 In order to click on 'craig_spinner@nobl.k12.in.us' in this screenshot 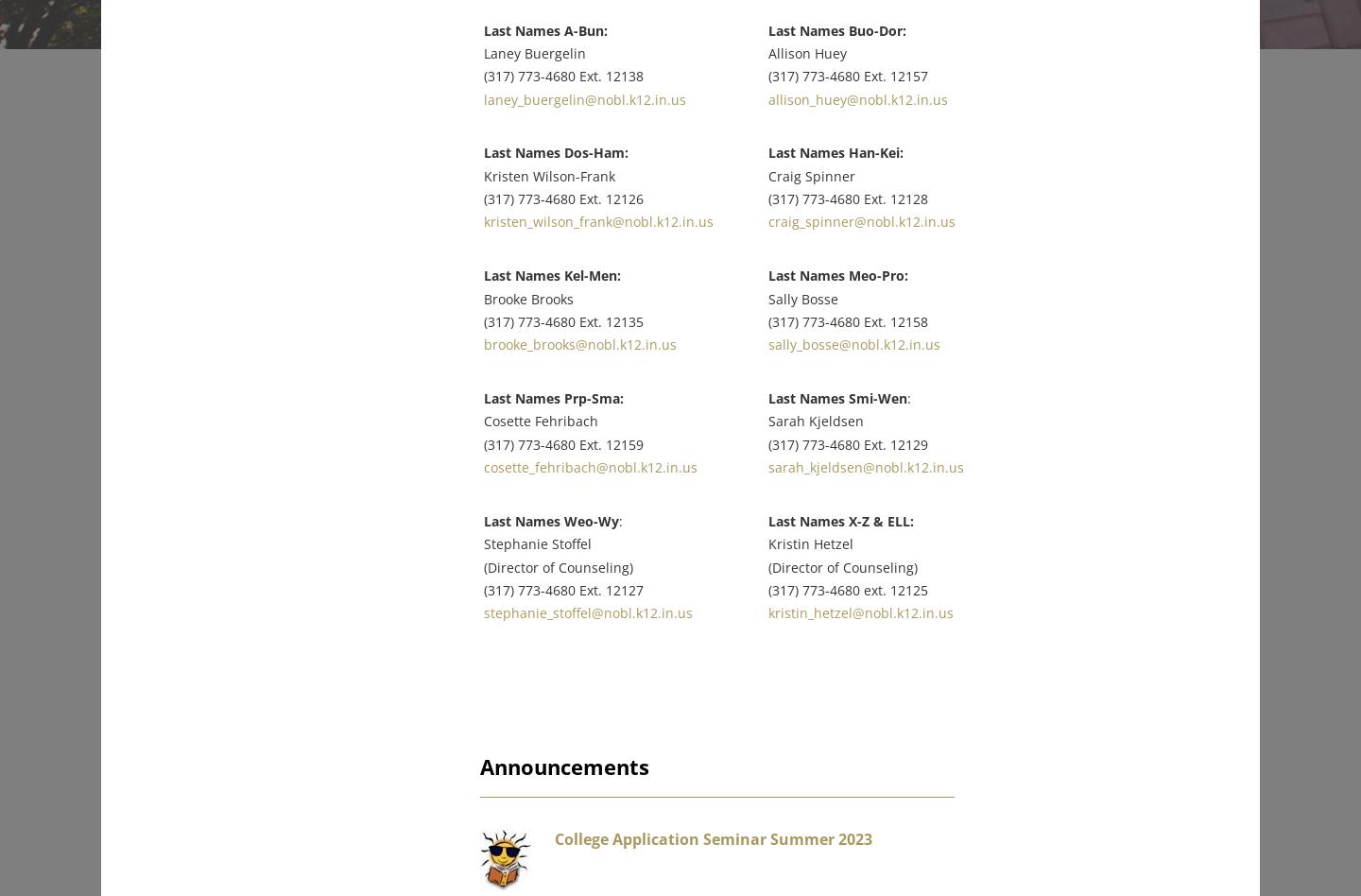, I will do `click(881, 208)`.